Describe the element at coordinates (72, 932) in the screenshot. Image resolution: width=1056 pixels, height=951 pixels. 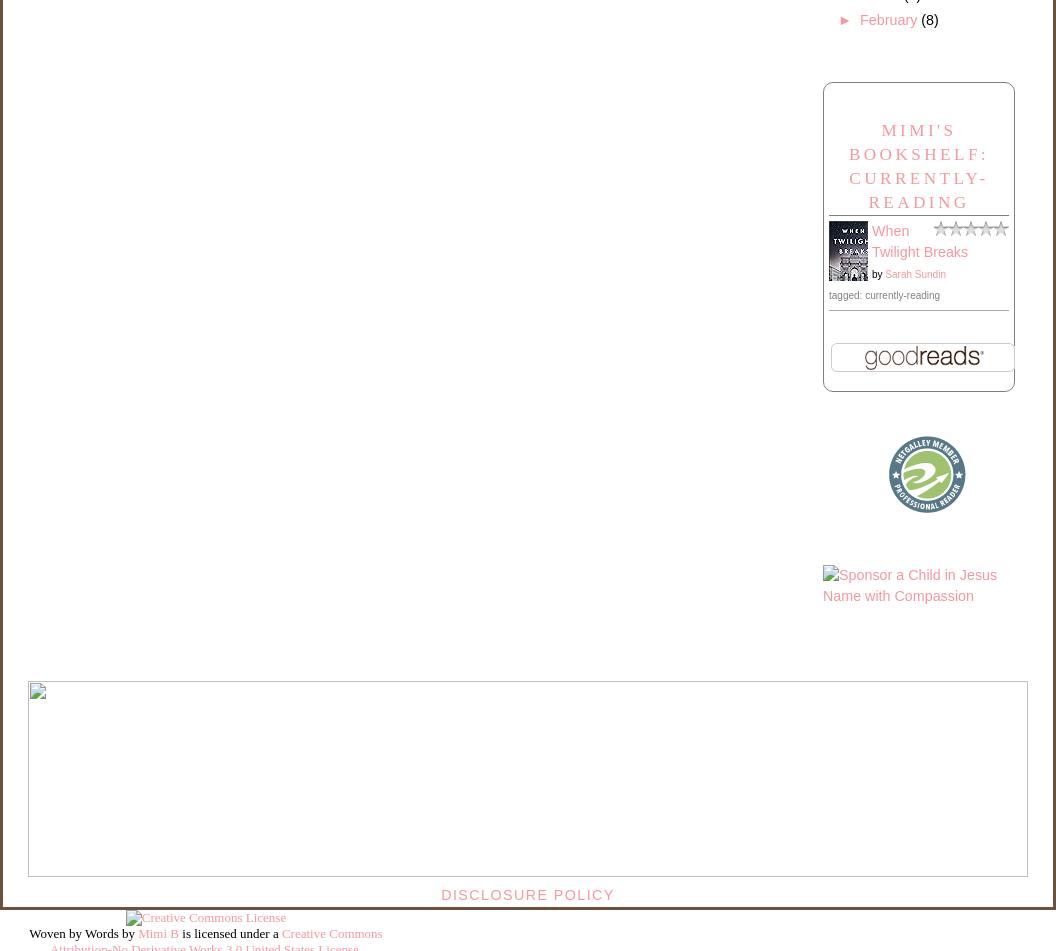
I see `'Woven by Words'` at that location.